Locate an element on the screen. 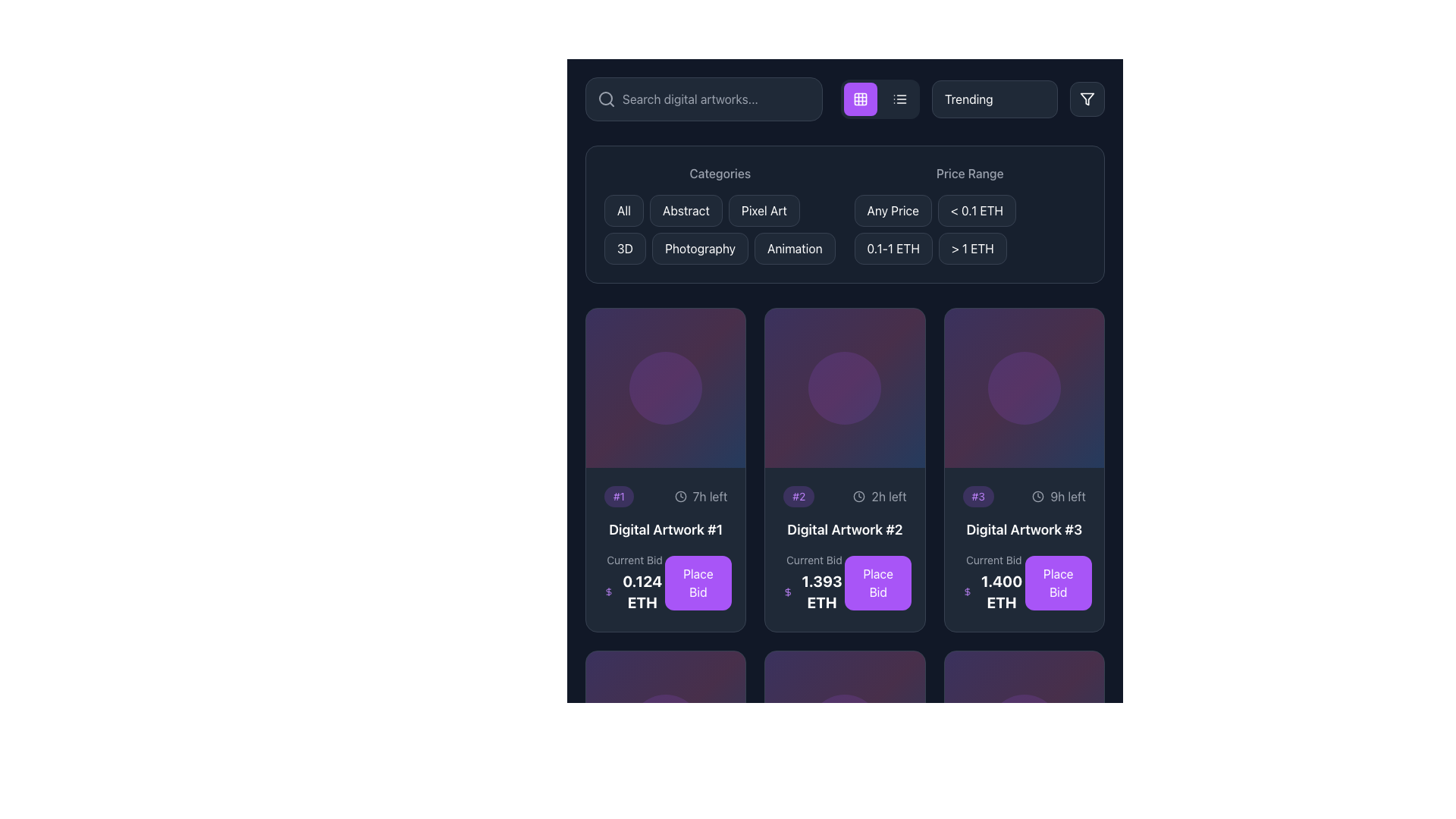 The image size is (1456, 819). the small rounded button with an eye symbol in the top-right corner of the 'Digital Artwork #3' card is located at coordinates (1078, 366).